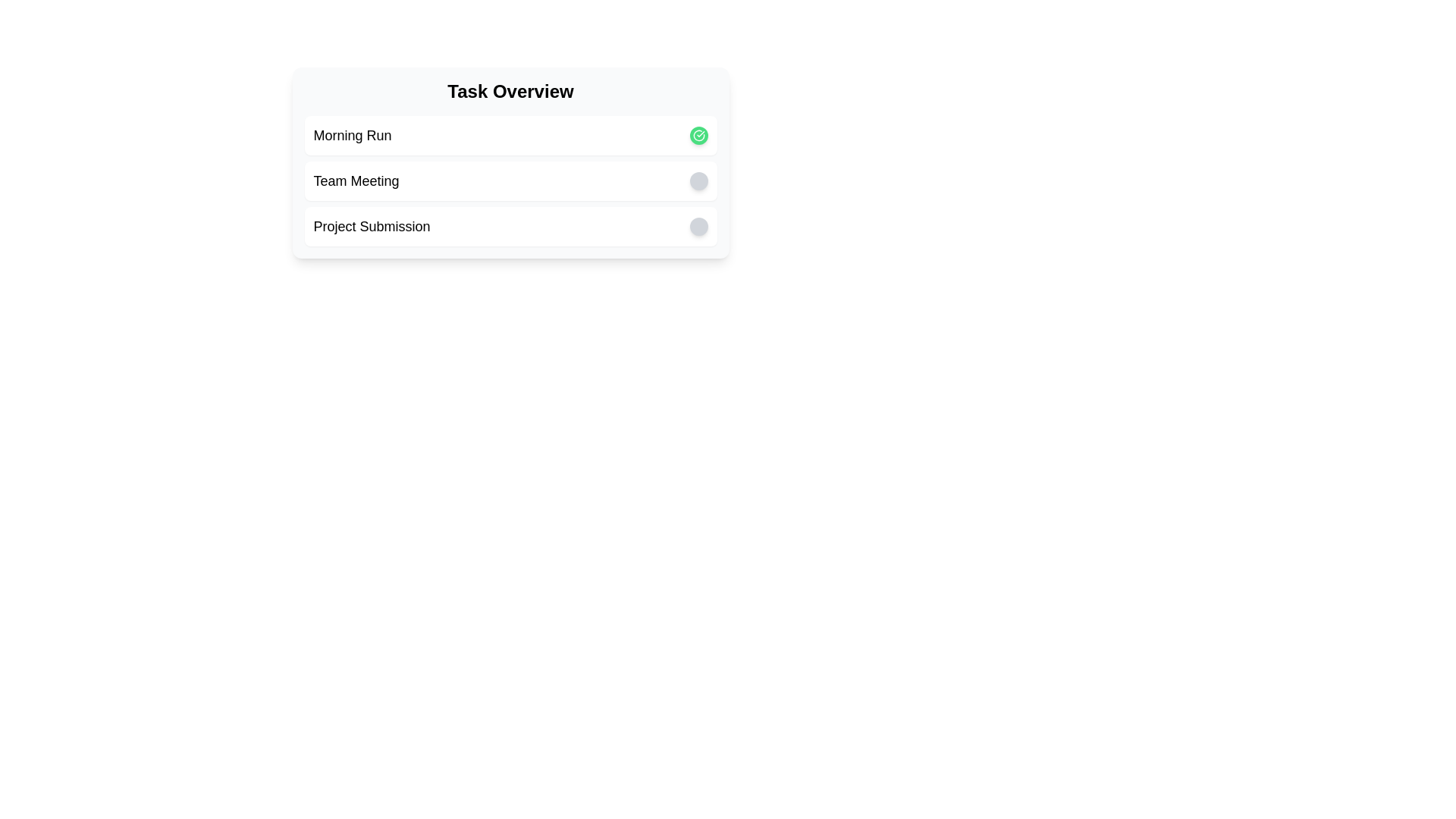 Image resolution: width=1456 pixels, height=819 pixels. I want to click on the task completion indicator button for 'Morning Run', so click(698, 134).